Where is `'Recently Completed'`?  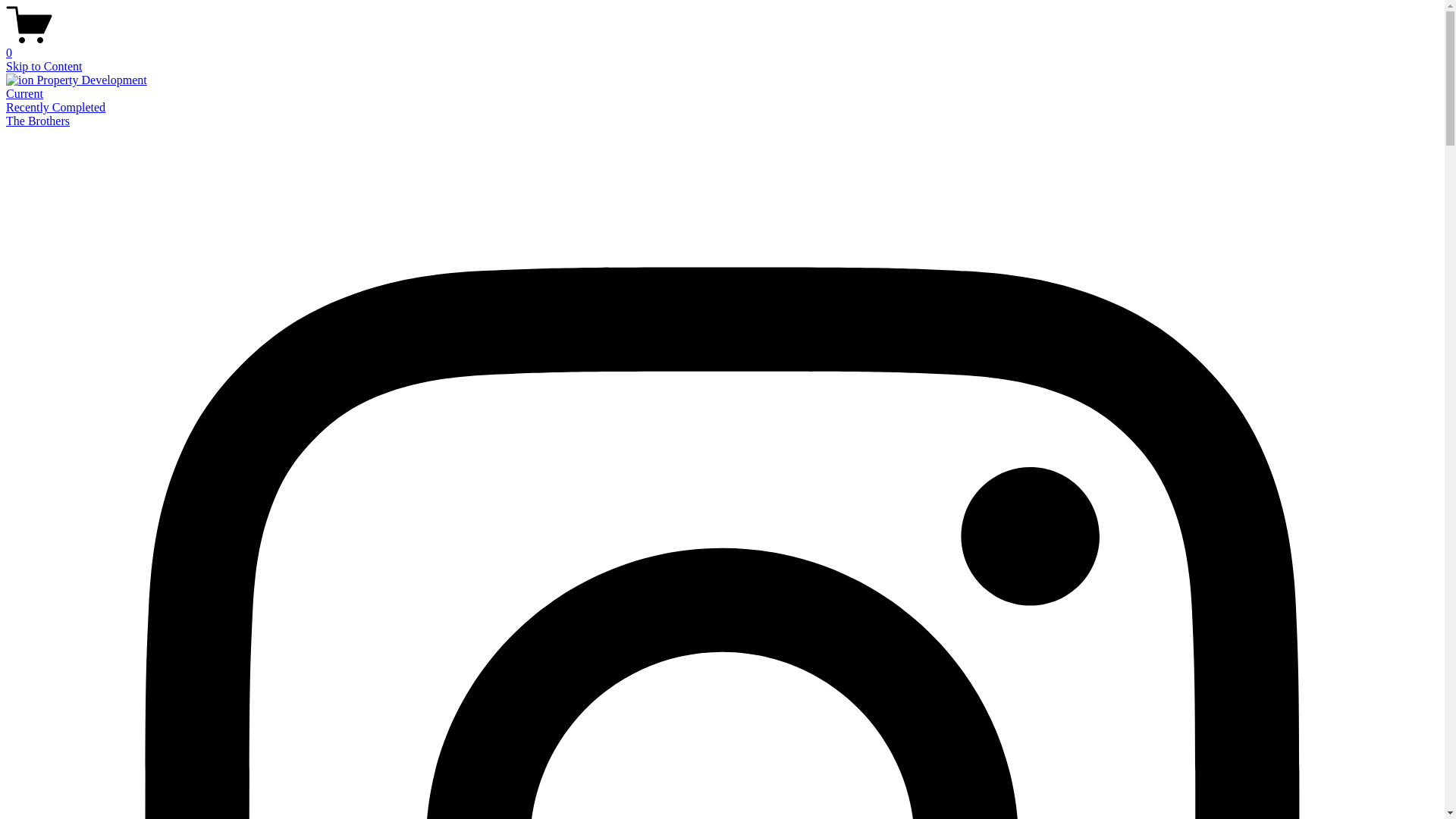
'Recently Completed' is located at coordinates (55, 106).